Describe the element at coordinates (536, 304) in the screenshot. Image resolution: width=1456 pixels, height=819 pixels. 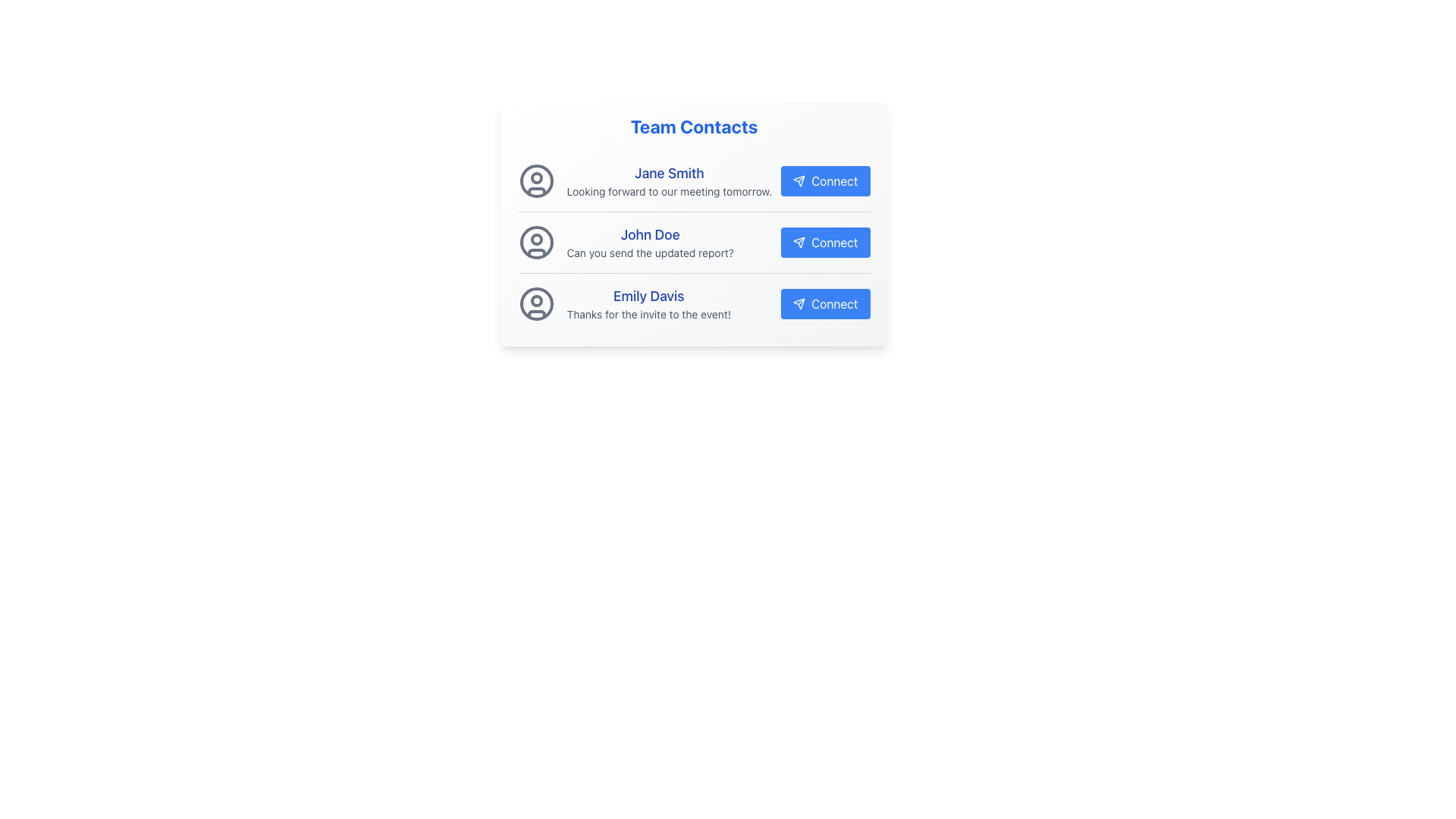
I see `the user avatar representing 'Emily Davis' in the 'Team Contacts' panel, which is located to the left of the text 'Emily Davis' and above the description 'Thanks for the invite to the event.'` at that location.